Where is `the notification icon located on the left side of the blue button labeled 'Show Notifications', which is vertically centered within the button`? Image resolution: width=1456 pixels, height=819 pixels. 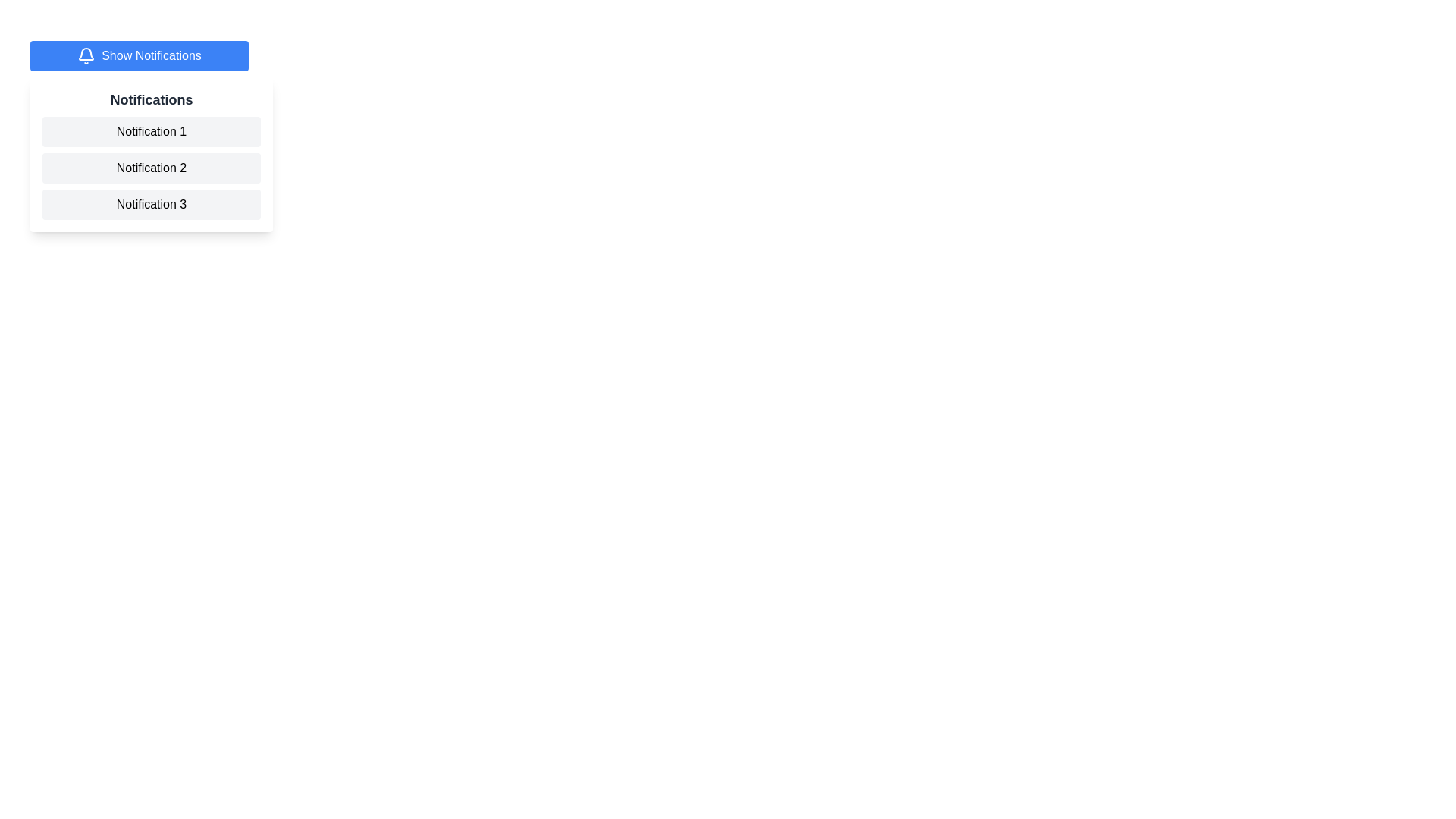 the notification icon located on the left side of the blue button labeled 'Show Notifications', which is vertically centered within the button is located at coordinates (86, 55).